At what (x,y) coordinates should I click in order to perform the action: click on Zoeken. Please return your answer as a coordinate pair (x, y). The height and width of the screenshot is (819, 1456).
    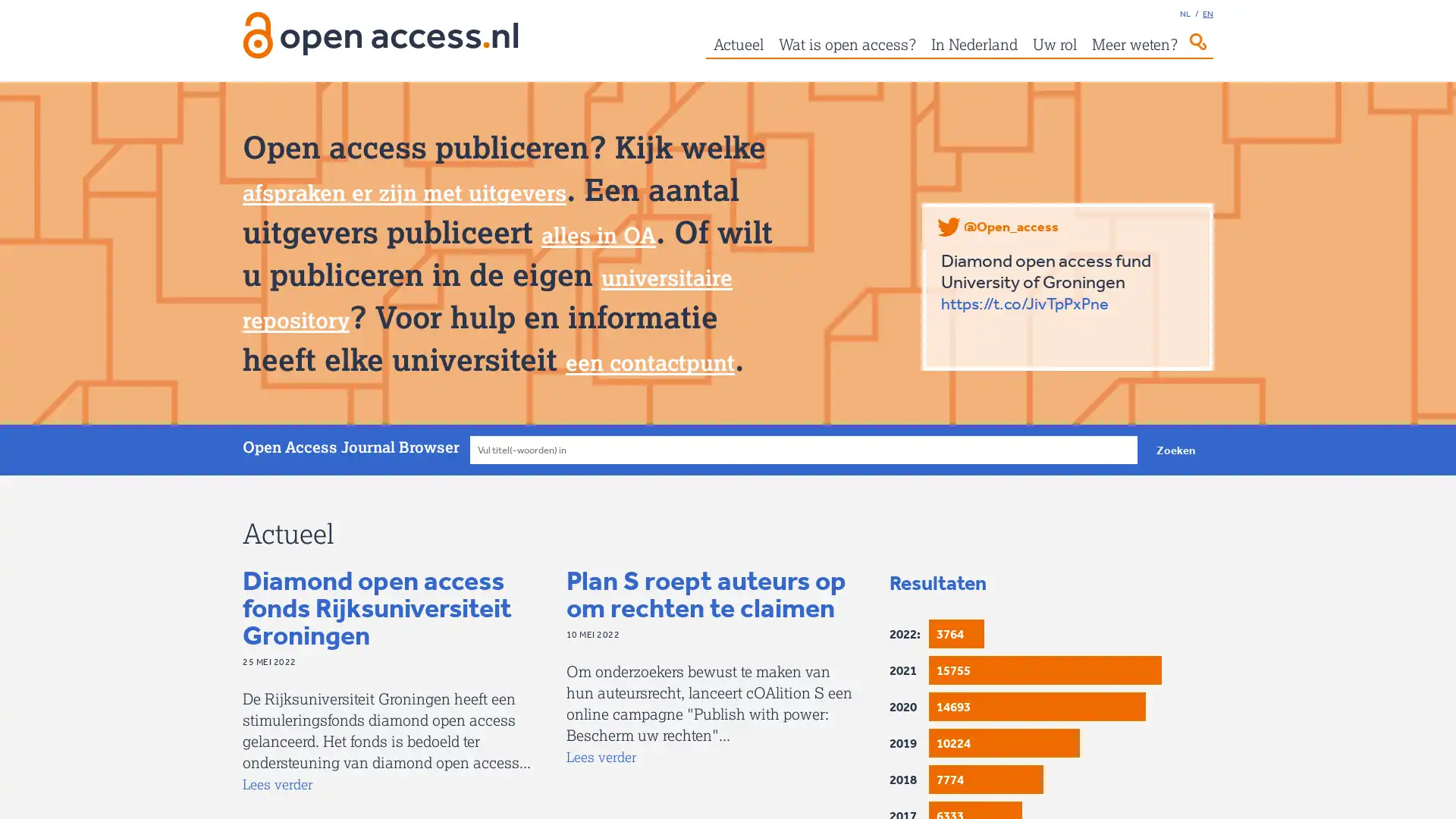
    Looking at the image, I should click on (1175, 488).